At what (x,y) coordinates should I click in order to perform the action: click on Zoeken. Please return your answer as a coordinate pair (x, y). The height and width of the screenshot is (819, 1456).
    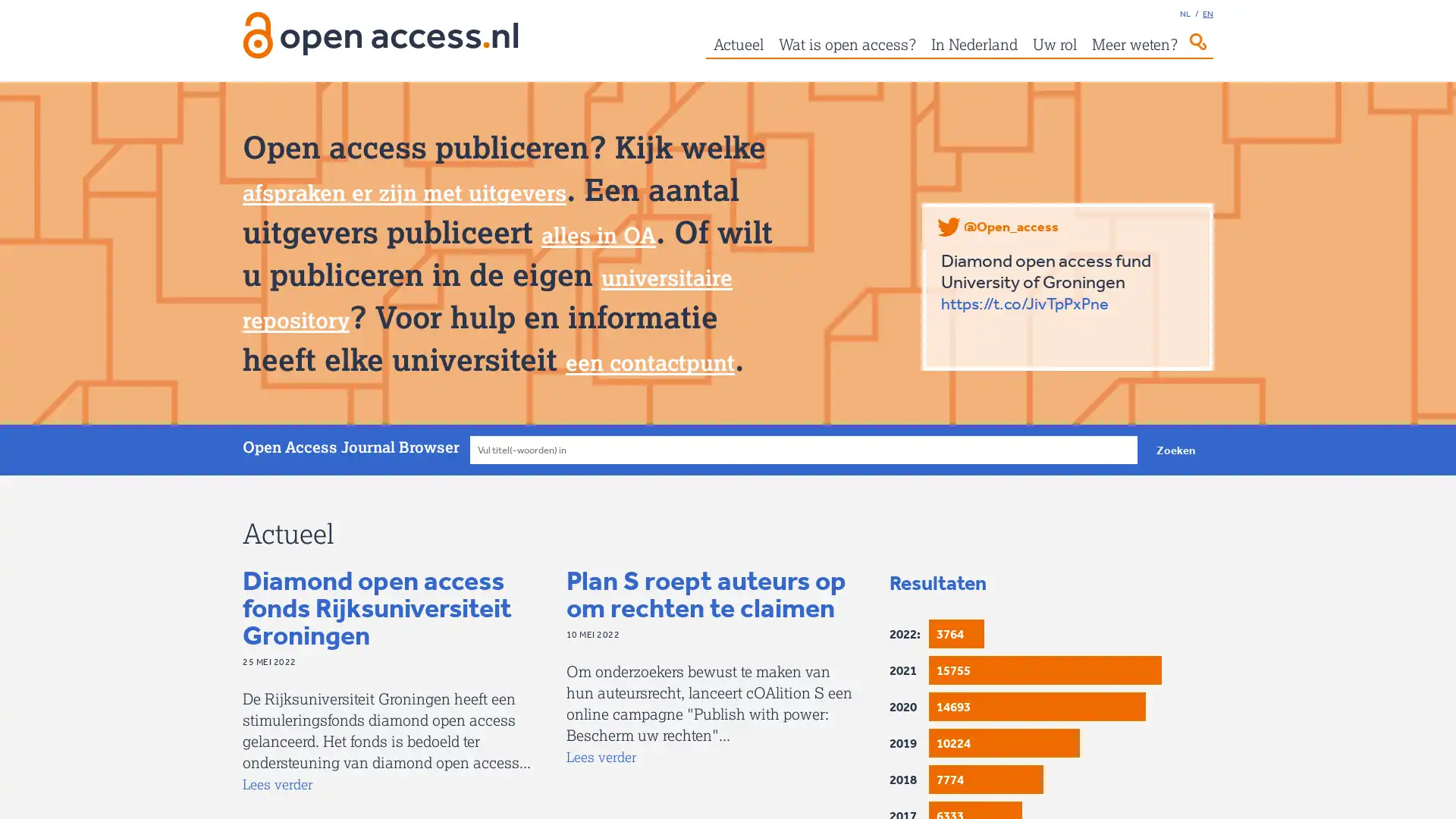
    Looking at the image, I should click on (1175, 488).